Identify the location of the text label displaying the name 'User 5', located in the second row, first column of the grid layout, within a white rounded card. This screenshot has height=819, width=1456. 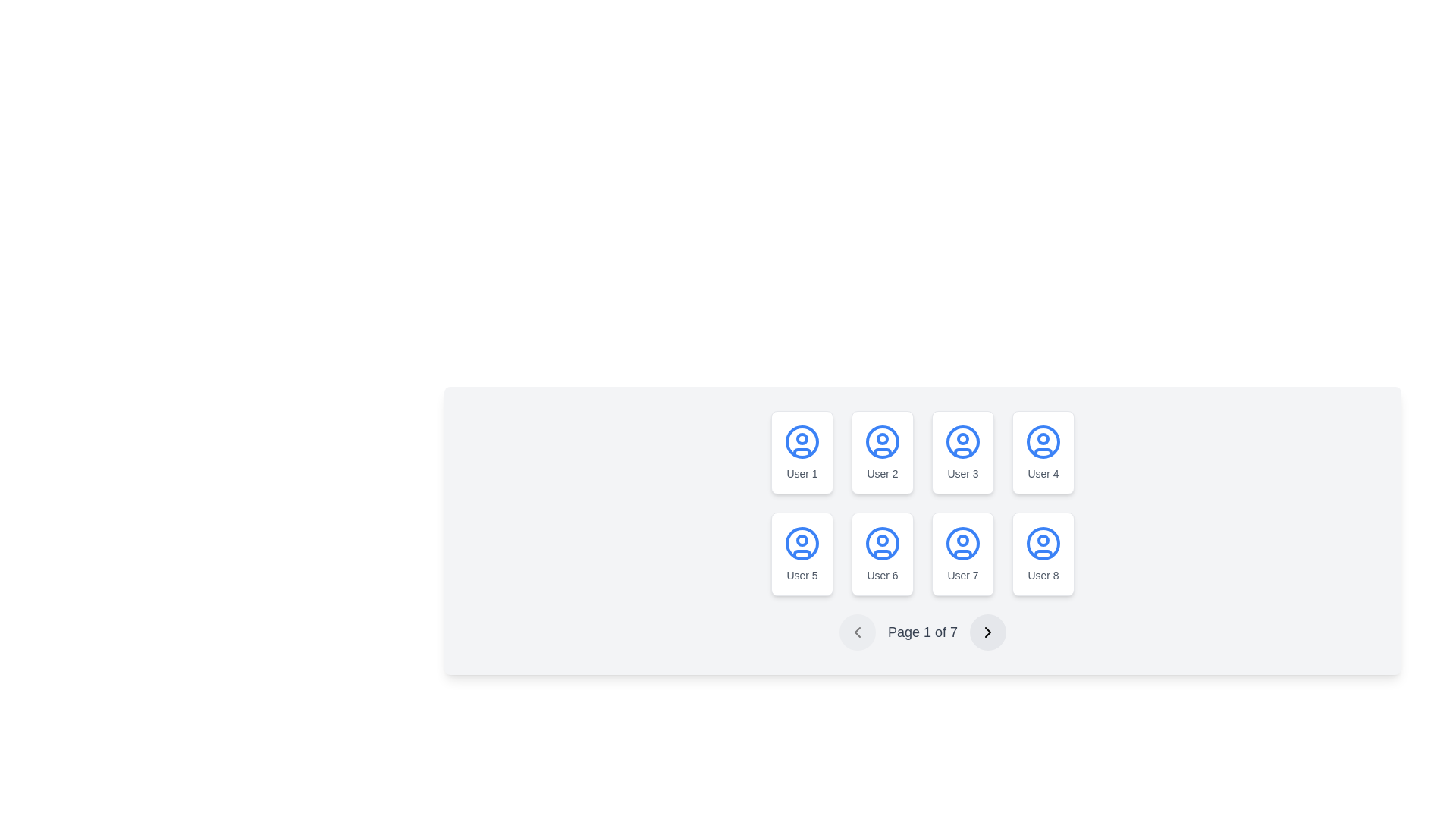
(801, 576).